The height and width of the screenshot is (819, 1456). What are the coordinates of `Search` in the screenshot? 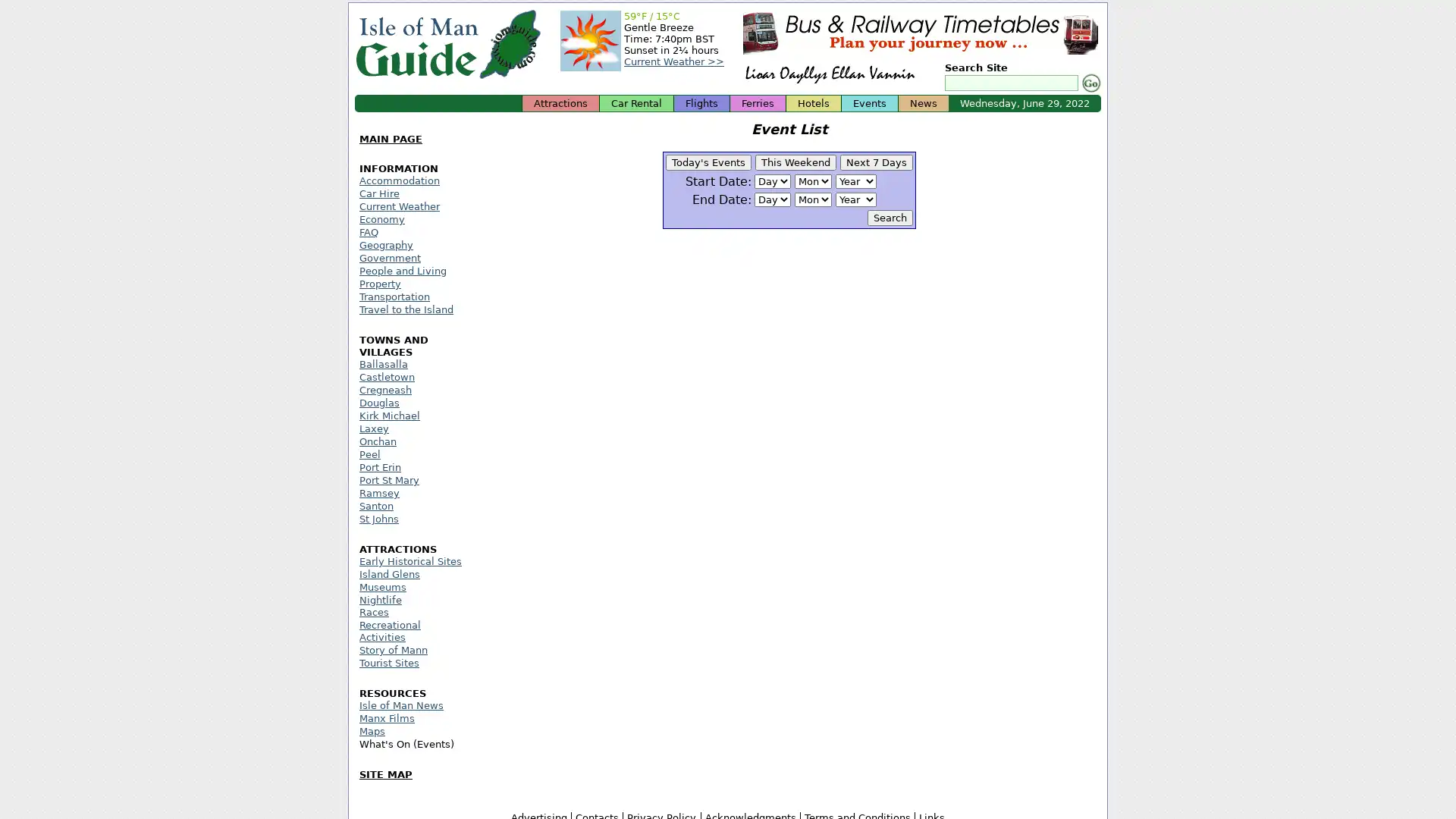 It's located at (890, 218).